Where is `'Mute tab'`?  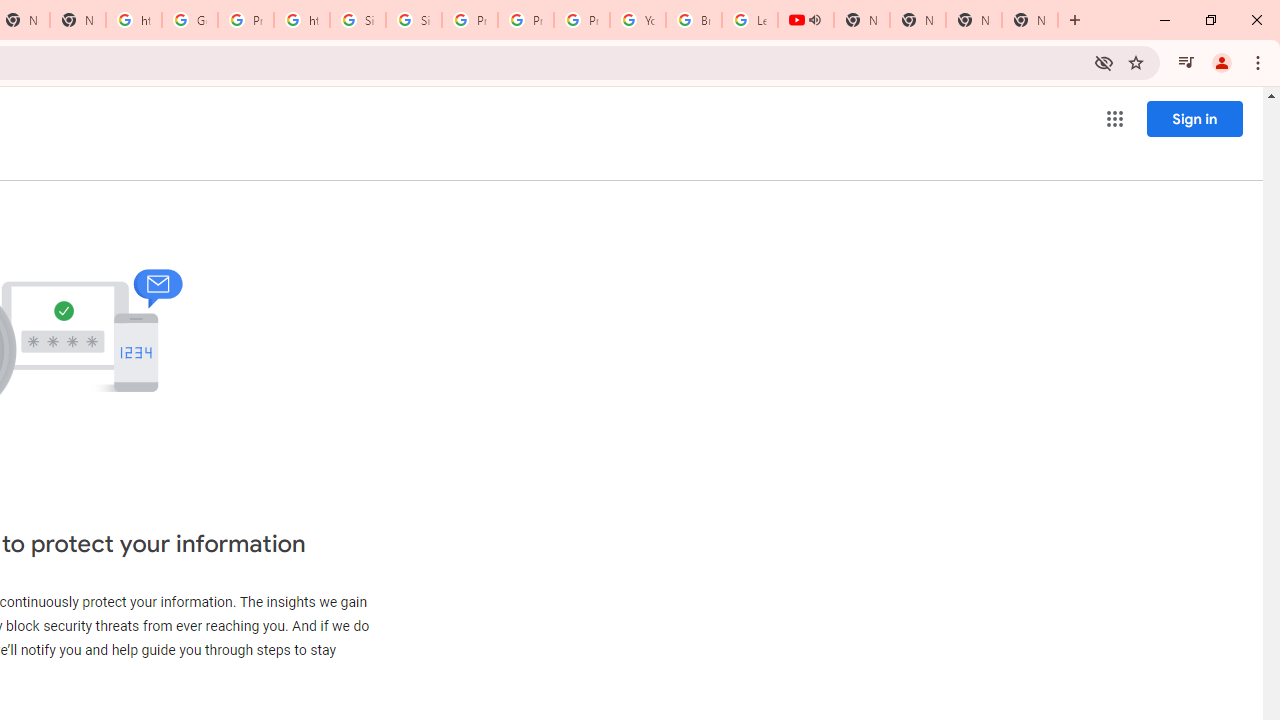 'Mute tab' is located at coordinates (814, 20).